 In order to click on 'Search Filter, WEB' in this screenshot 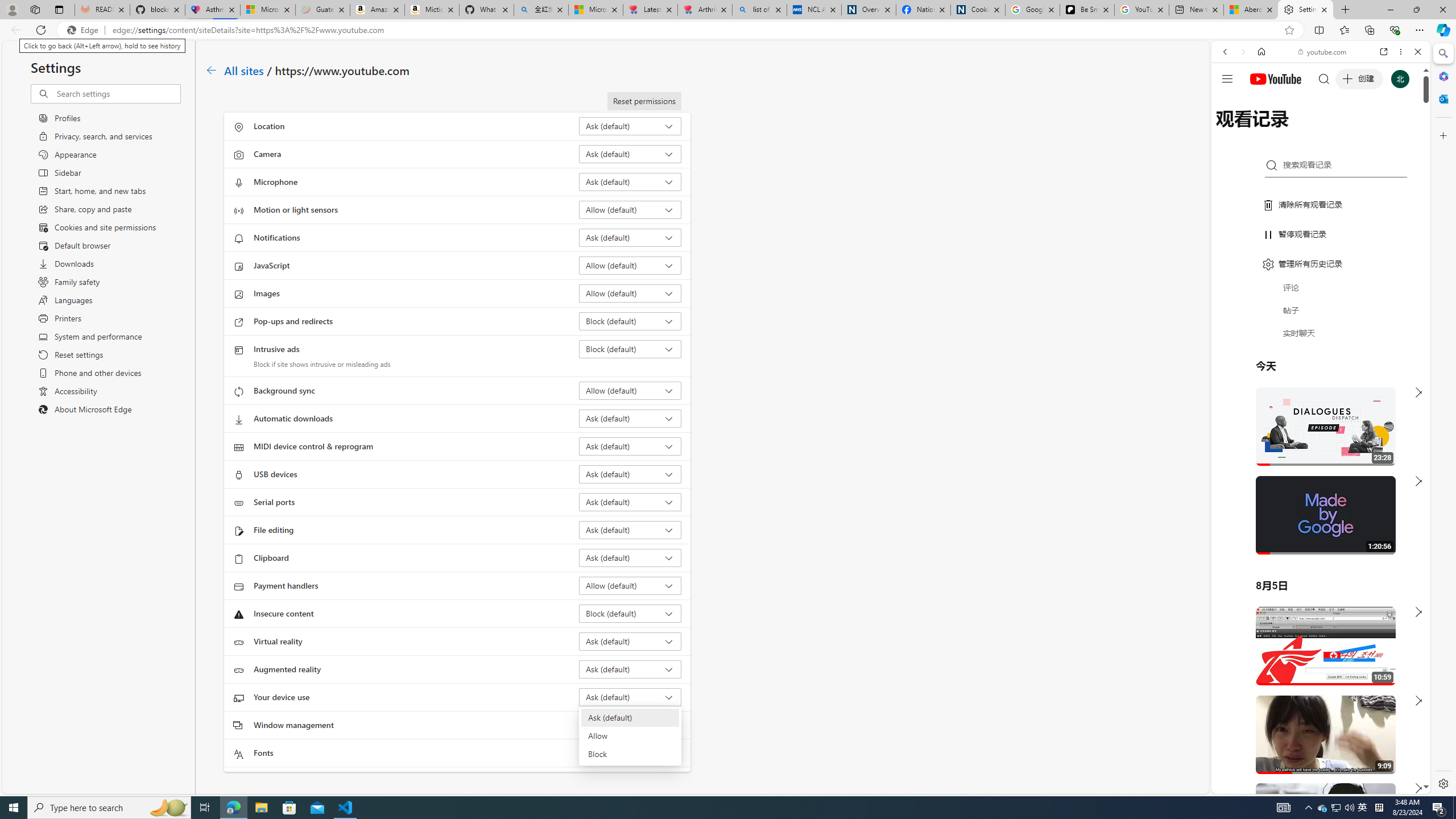, I will do `click(1230, 129)`.